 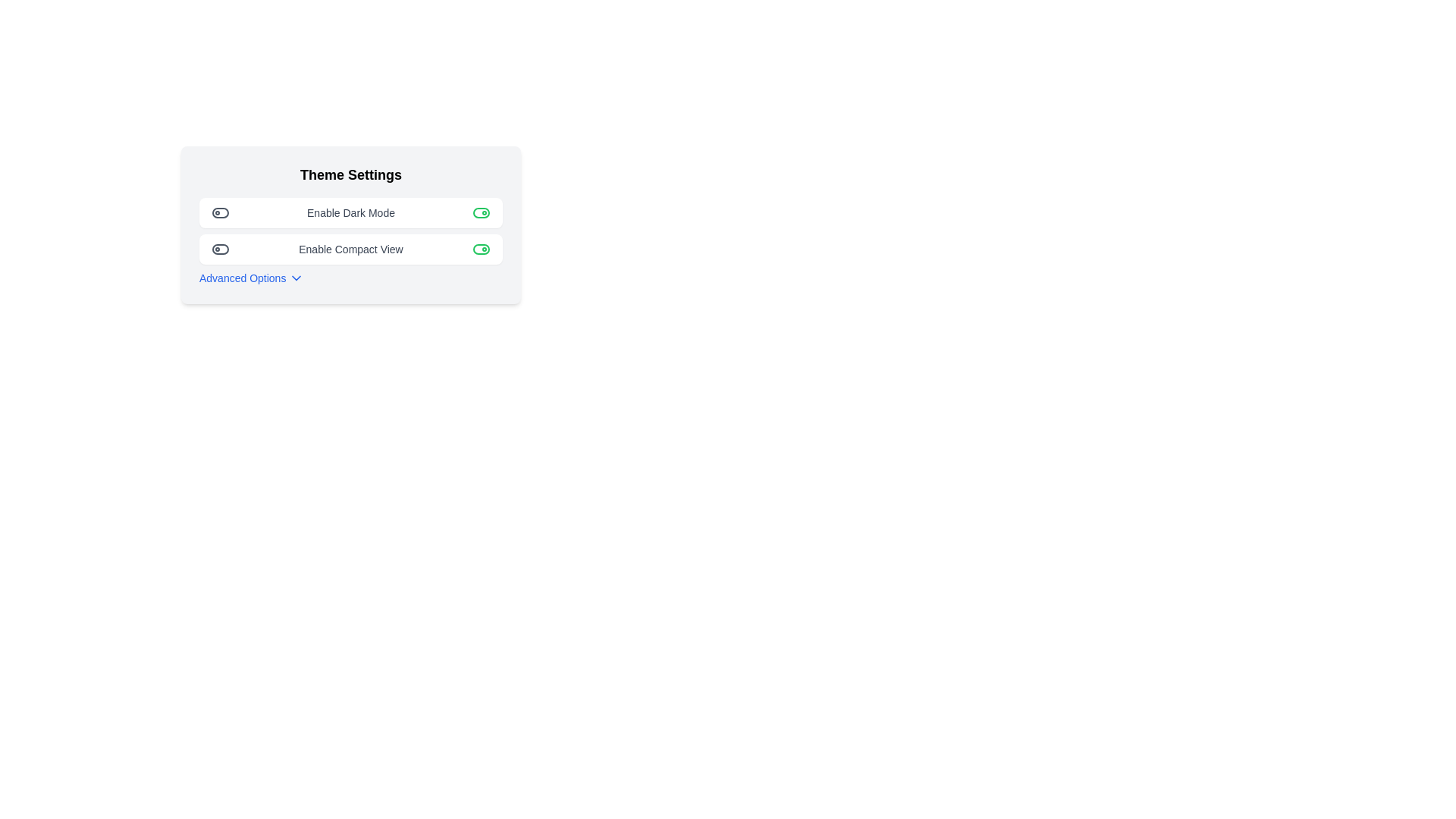 I want to click on the dark gray toggle switch located in the 'Theme Settings' section to the left of the label 'Enable Compact View', so click(x=220, y=248).